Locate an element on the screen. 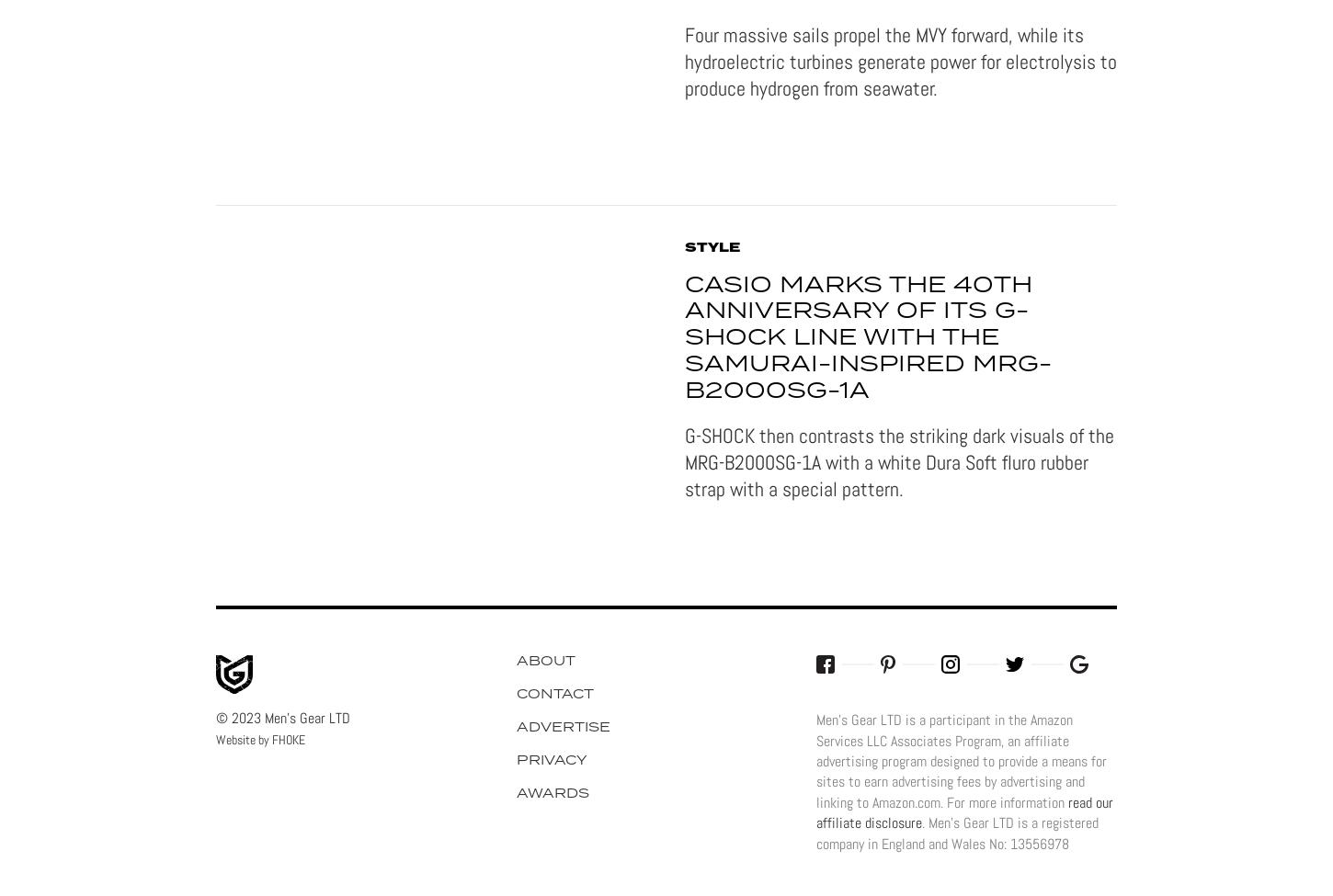 This screenshot has width=1333, height=896. 'Contact' is located at coordinates (554, 693).